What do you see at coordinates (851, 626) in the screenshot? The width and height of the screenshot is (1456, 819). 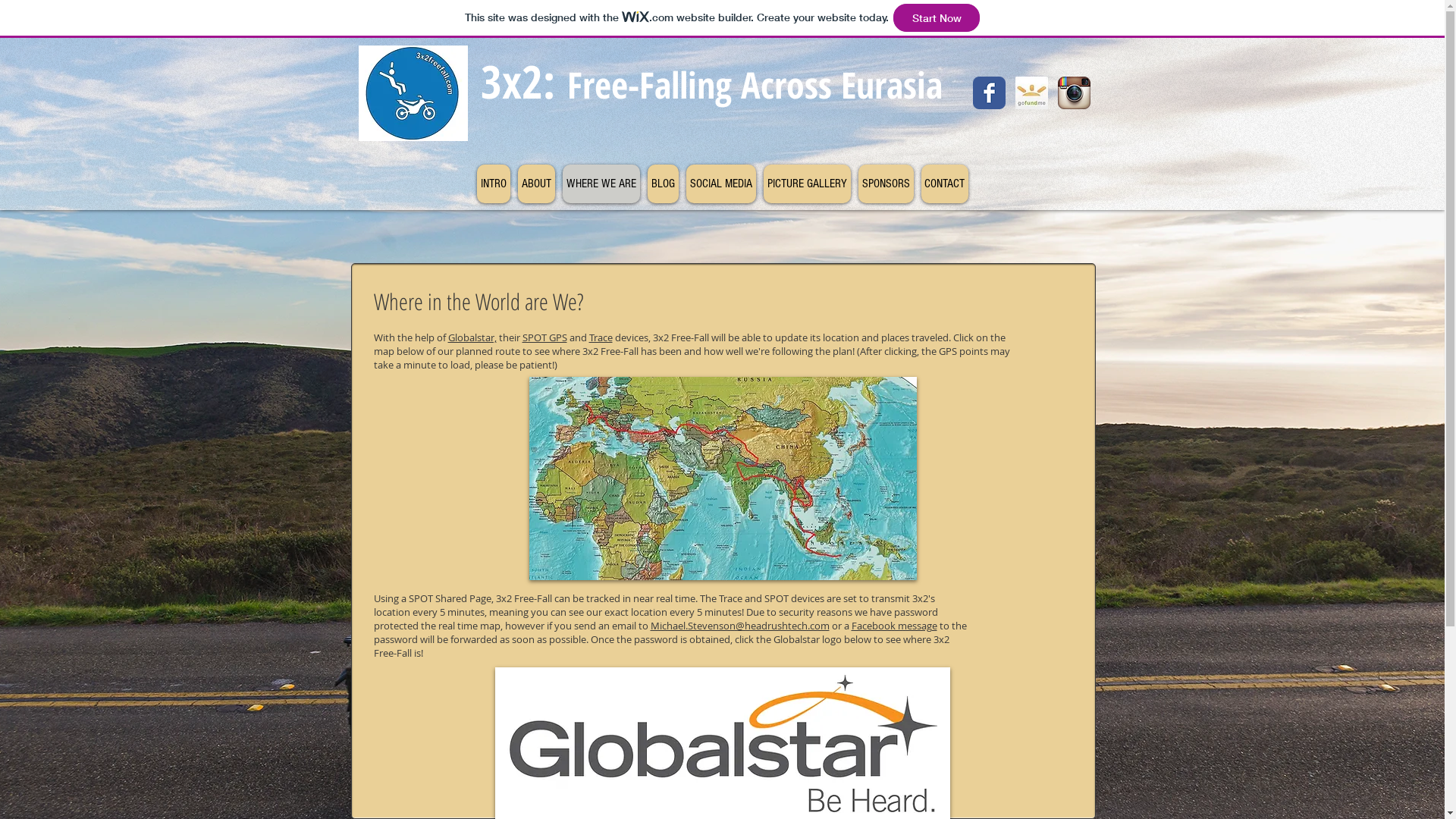 I see `'Facebook message'` at bounding box center [851, 626].